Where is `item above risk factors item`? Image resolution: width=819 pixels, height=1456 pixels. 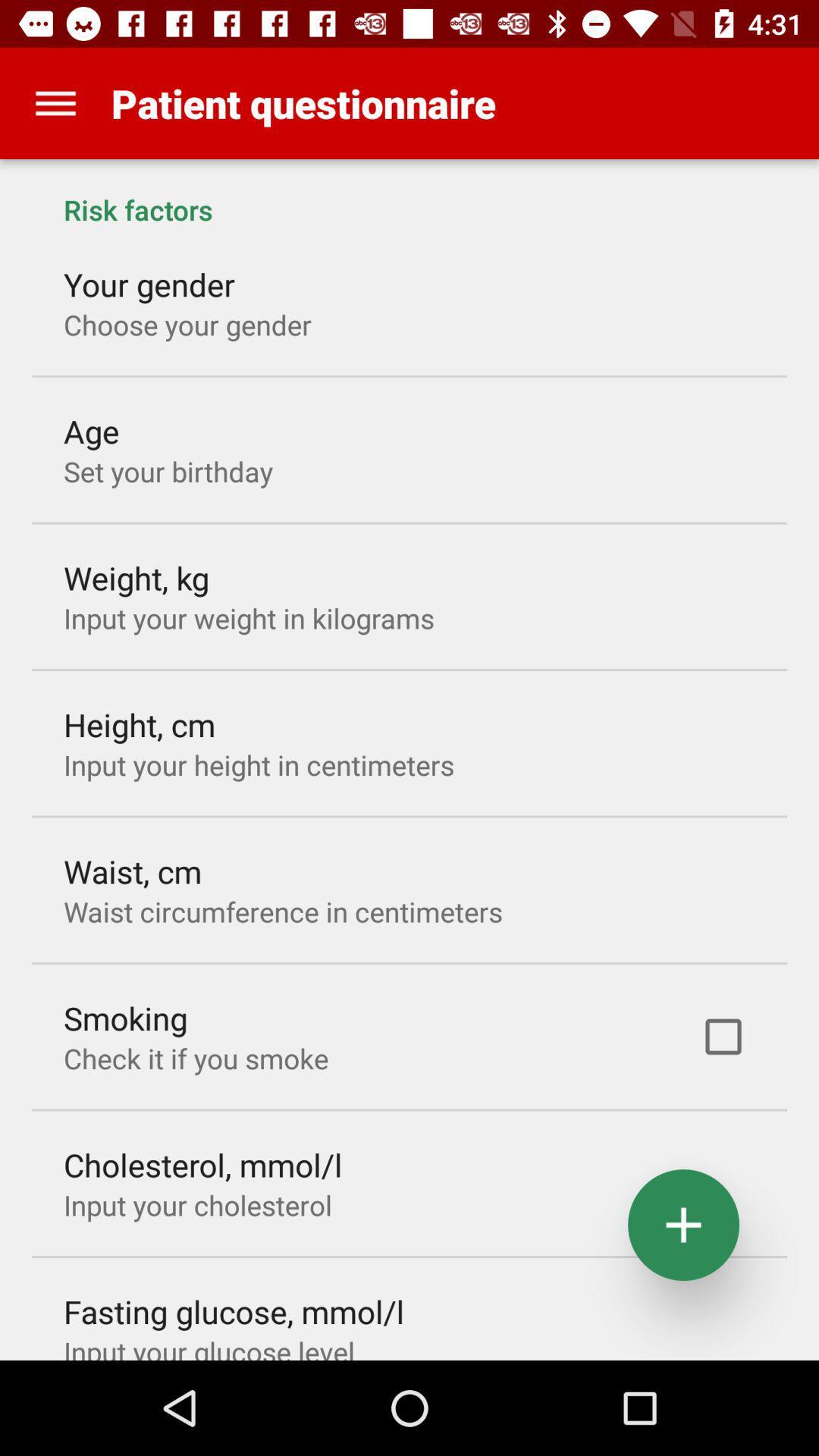 item above risk factors item is located at coordinates (55, 102).